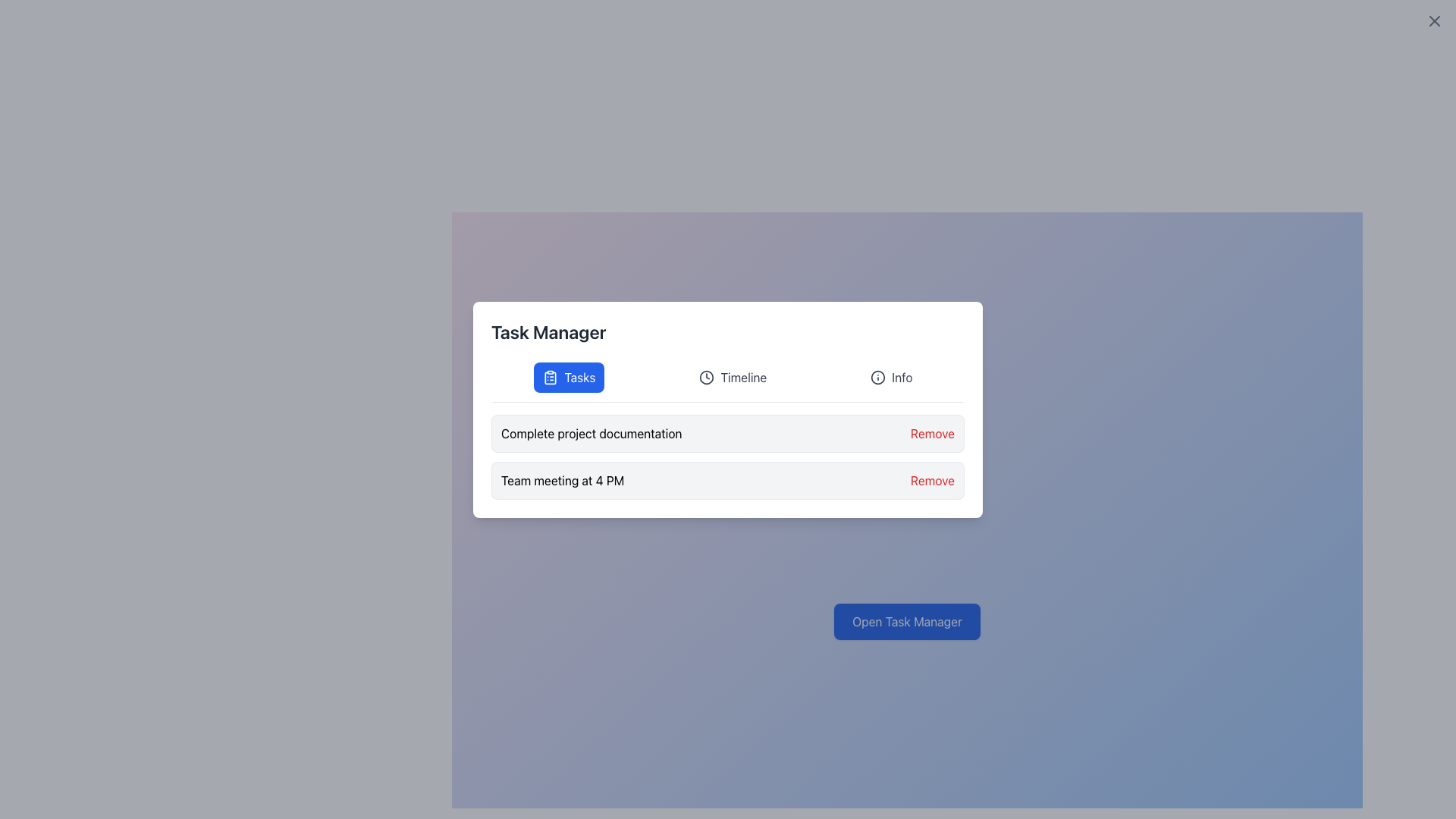  I want to click on the inner component of the 'X' icon located in the top-right corner of the user interface, so click(1433, 20).